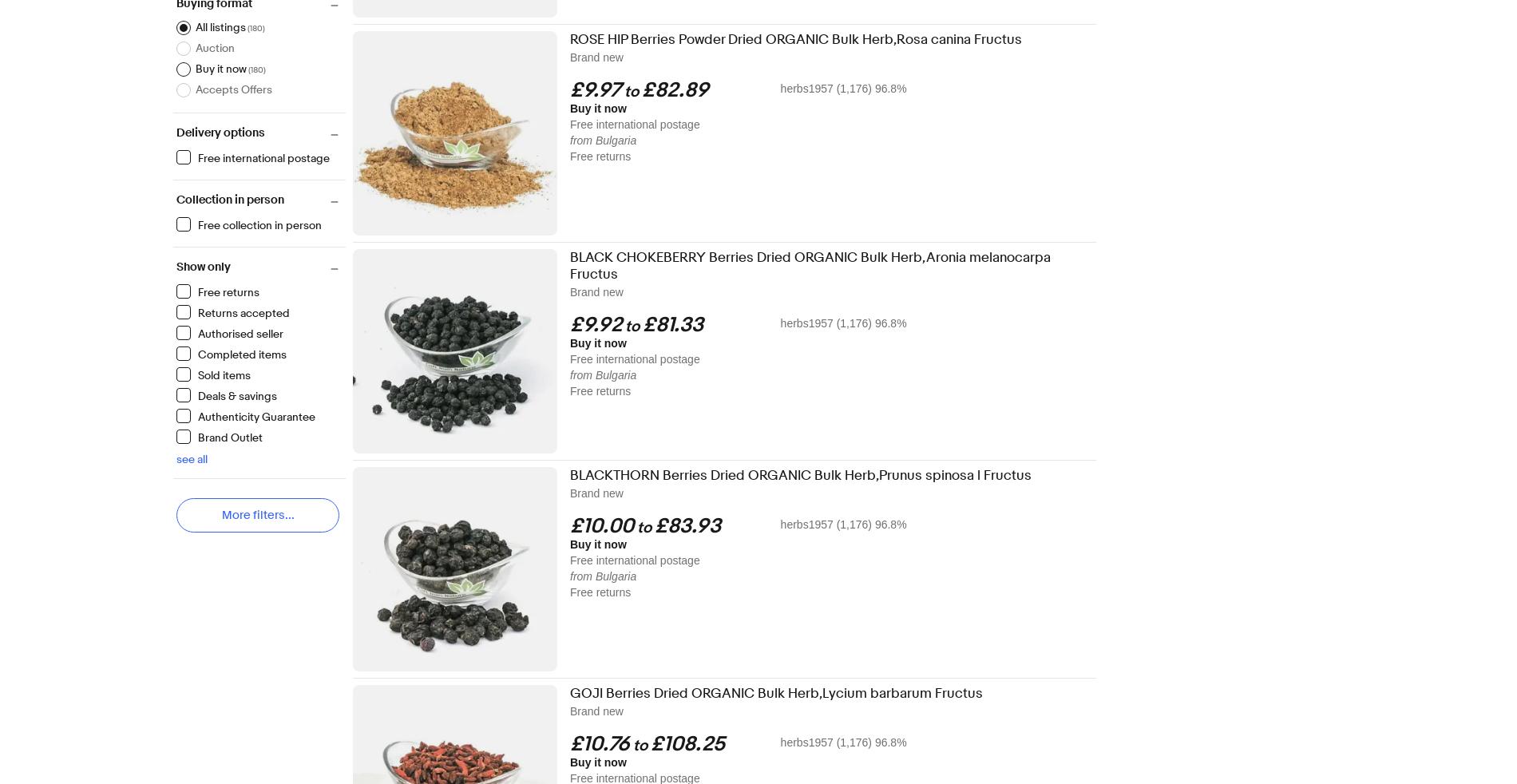  What do you see at coordinates (202, 267) in the screenshot?
I see `'Show only'` at bounding box center [202, 267].